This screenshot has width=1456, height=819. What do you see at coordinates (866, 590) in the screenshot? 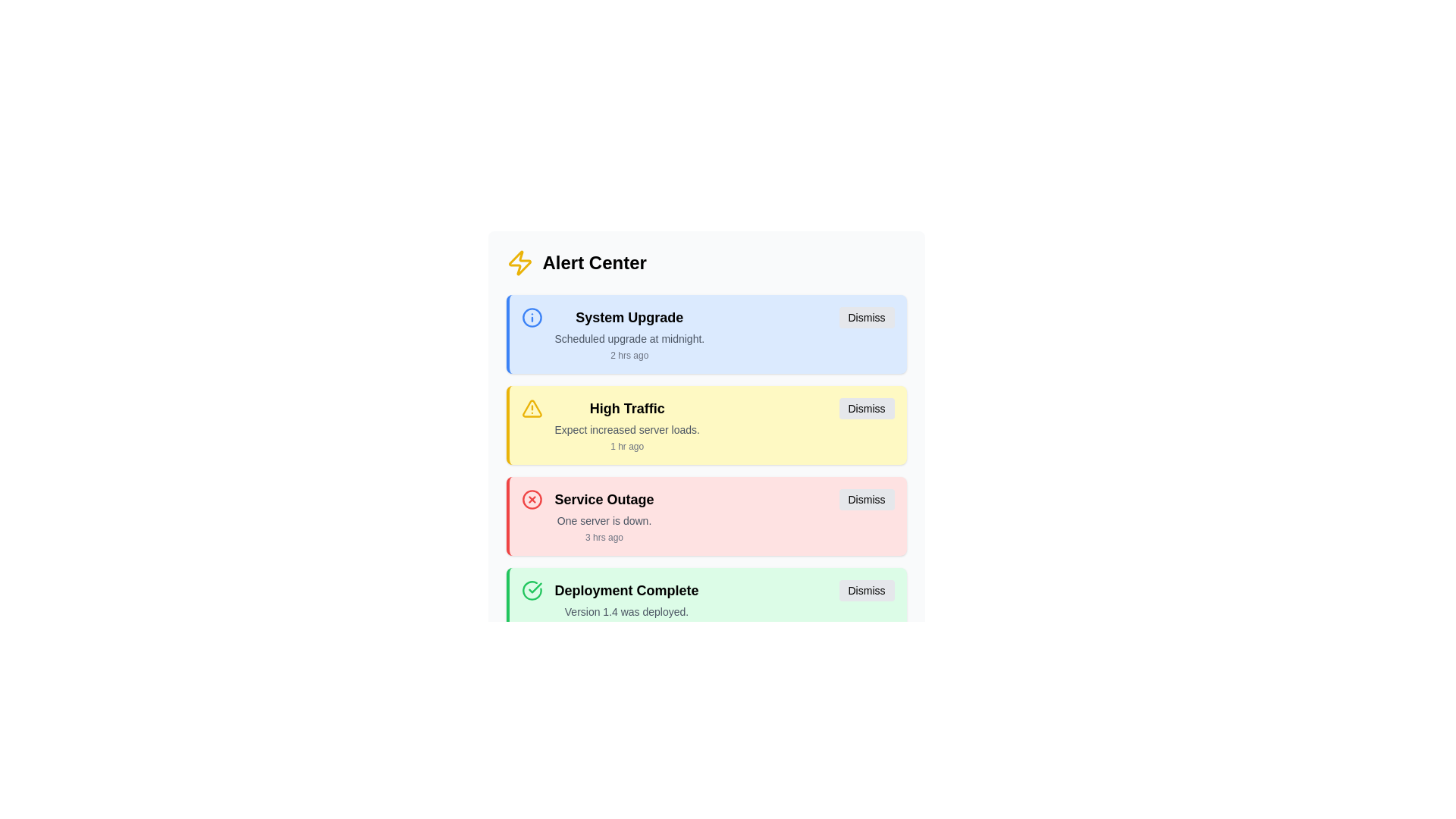
I see `the close button located at the top-right corner of the 'Deployment Complete' notification panel` at bounding box center [866, 590].